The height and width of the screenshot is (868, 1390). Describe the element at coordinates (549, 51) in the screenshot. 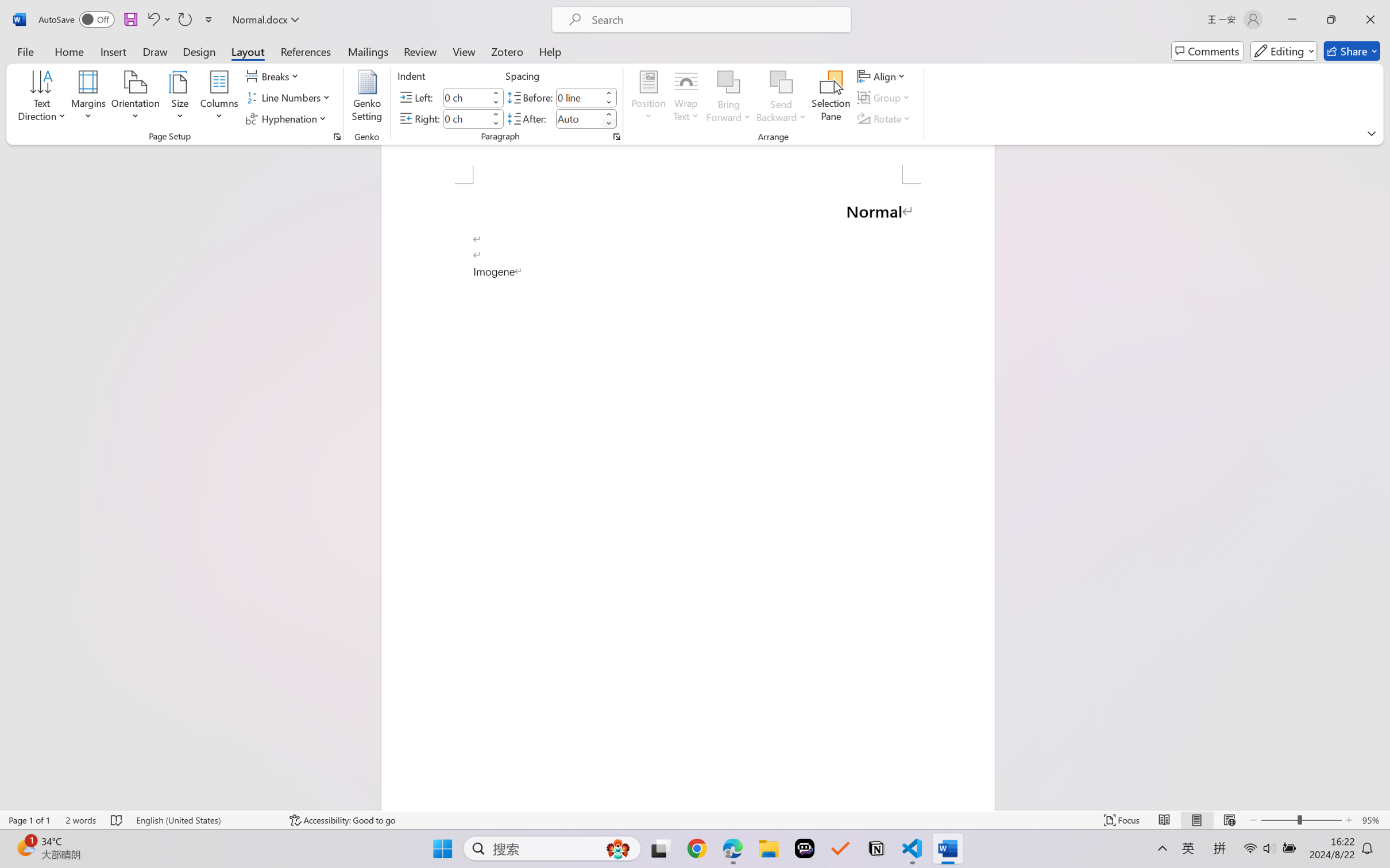

I see `'Help'` at that location.